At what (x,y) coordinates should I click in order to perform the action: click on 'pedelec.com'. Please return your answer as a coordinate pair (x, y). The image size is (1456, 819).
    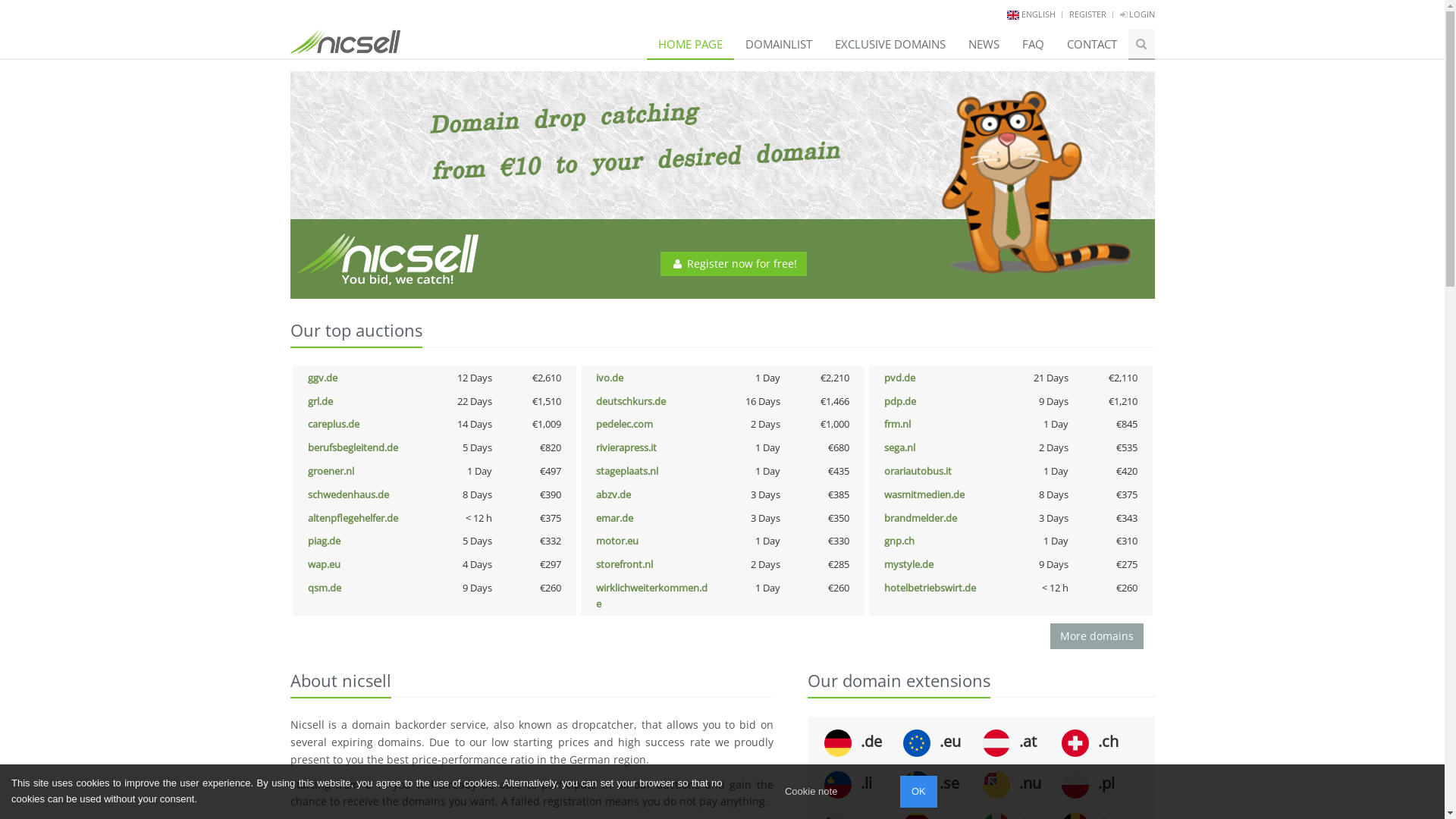
    Looking at the image, I should click on (624, 424).